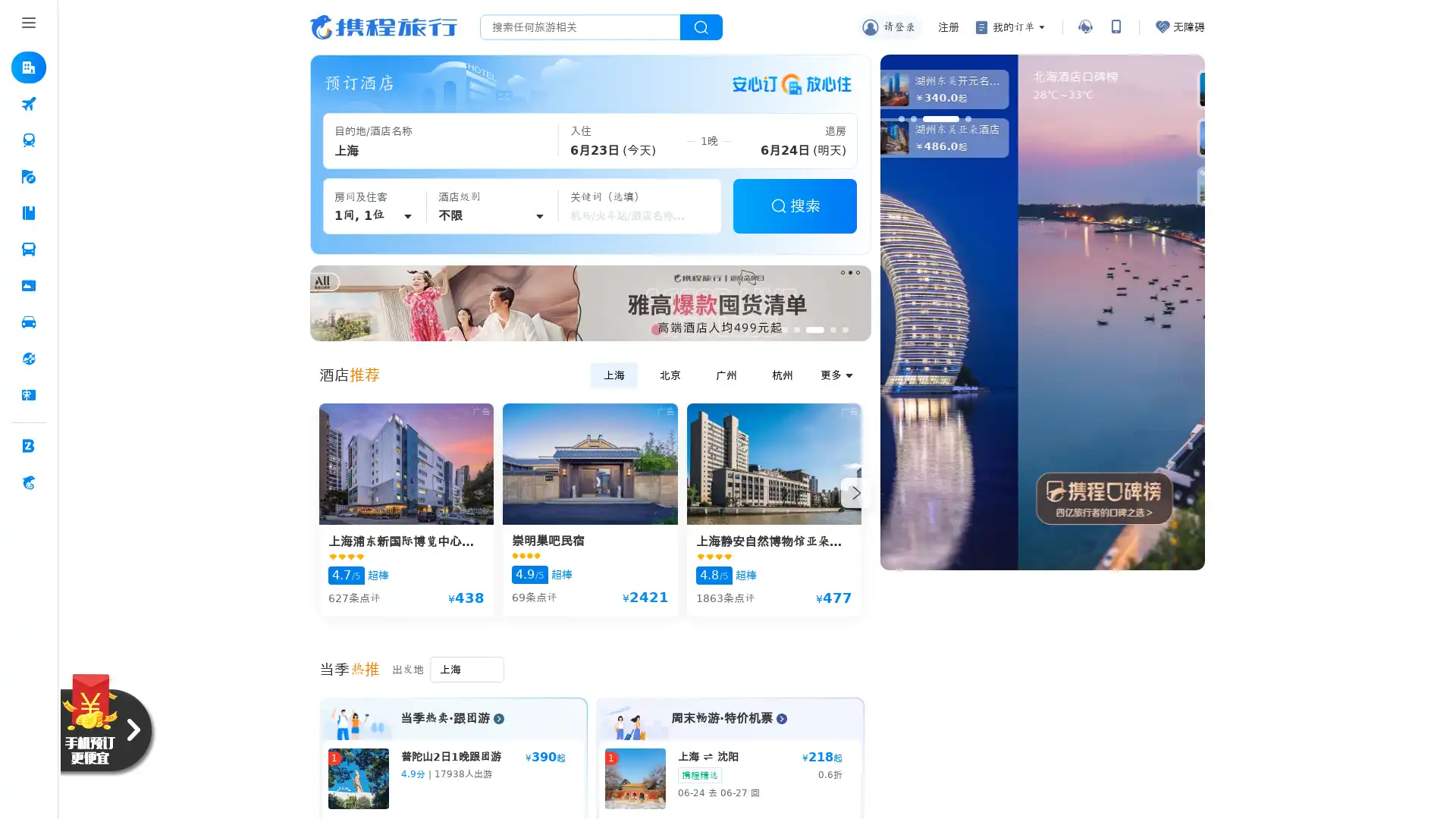 The height and width of the screenshot is (819, 1456). Describe the element at coordinates (952, 118) in the screenshot. I see `Go to slide 4` at that location.